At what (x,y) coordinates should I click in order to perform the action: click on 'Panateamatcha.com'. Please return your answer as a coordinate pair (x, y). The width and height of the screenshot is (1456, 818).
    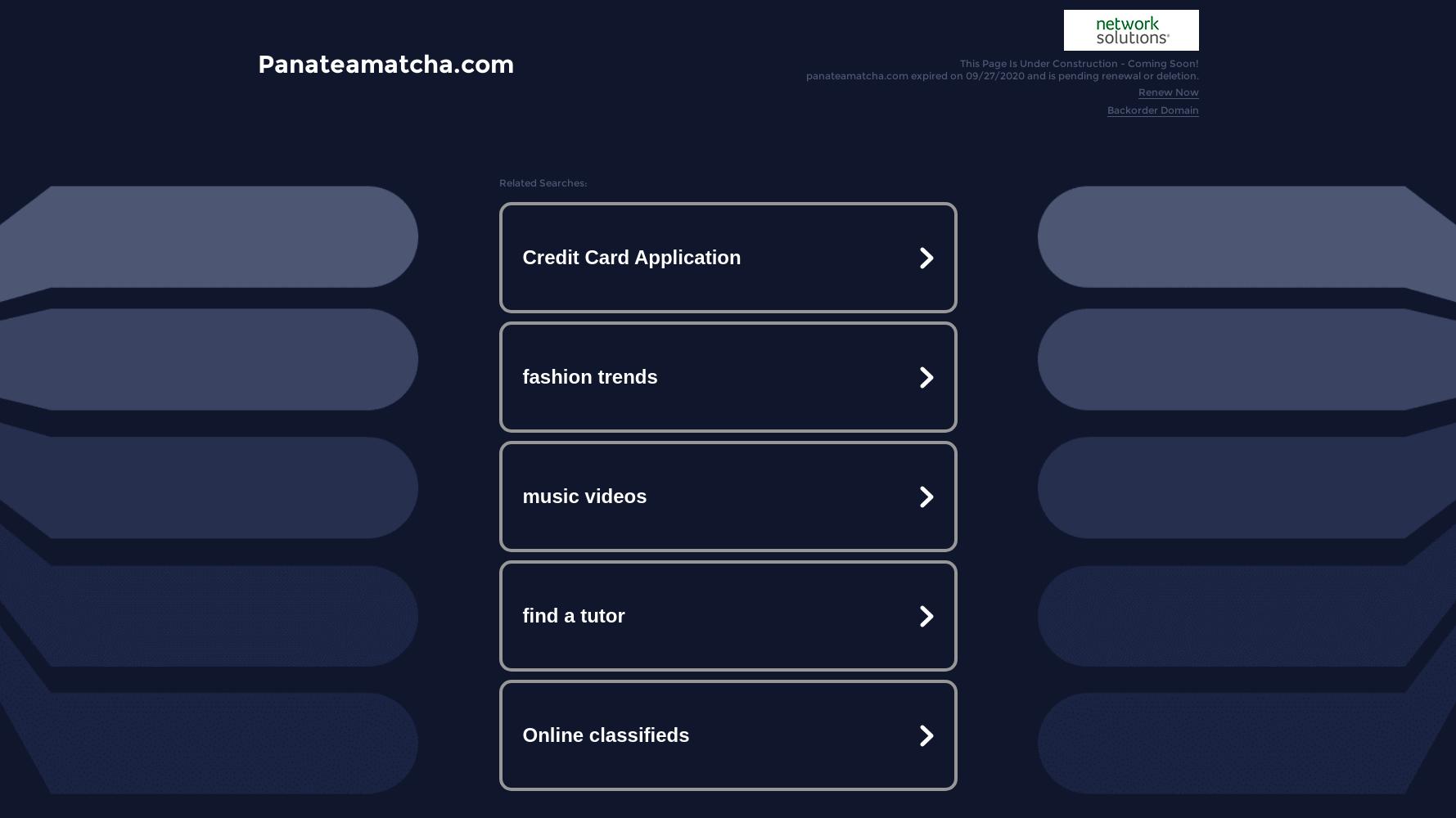
    Looking at the image, I should click on (385, 62).